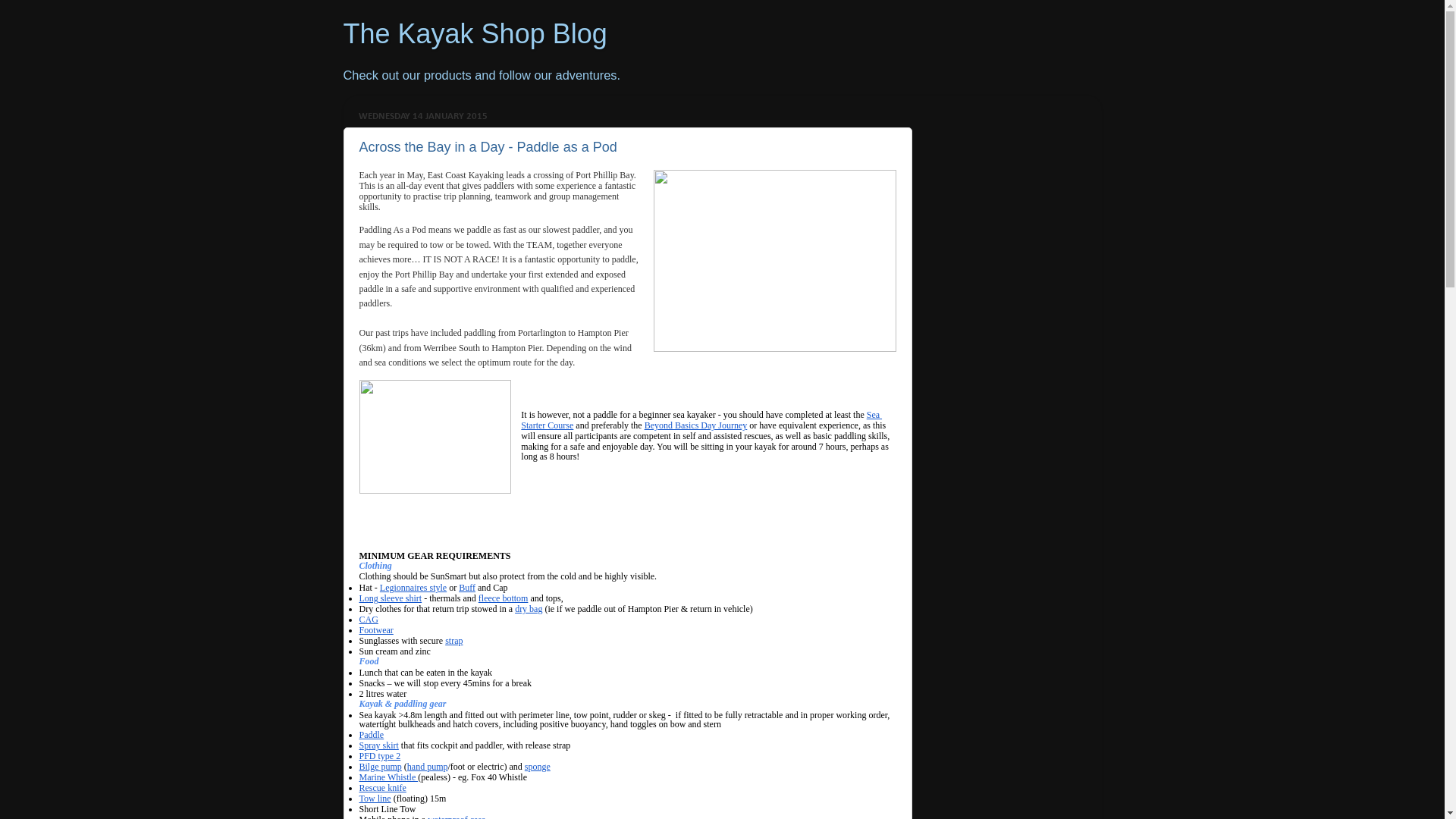 This screenshot has height=819, width=1456. Describe the element at coordinates (701, 419) in the screenshot. I see `'Sea Starter Course'` at that location.